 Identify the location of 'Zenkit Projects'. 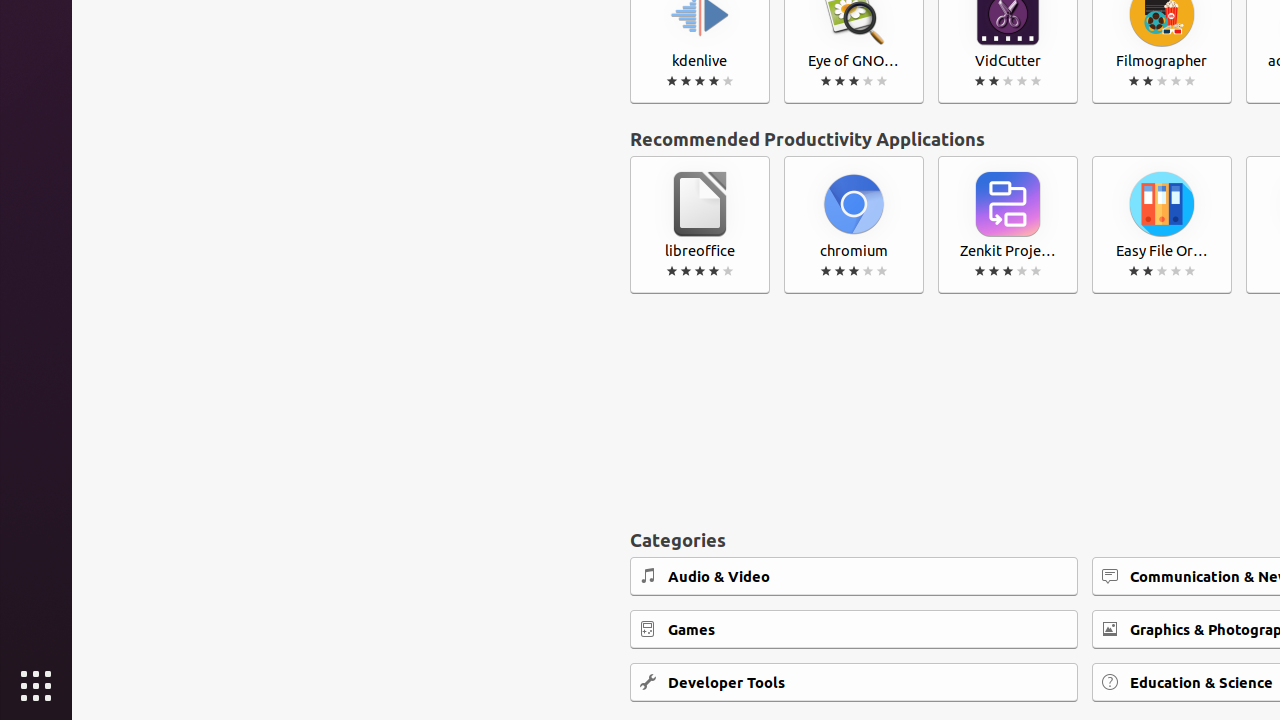
(1008, 225).